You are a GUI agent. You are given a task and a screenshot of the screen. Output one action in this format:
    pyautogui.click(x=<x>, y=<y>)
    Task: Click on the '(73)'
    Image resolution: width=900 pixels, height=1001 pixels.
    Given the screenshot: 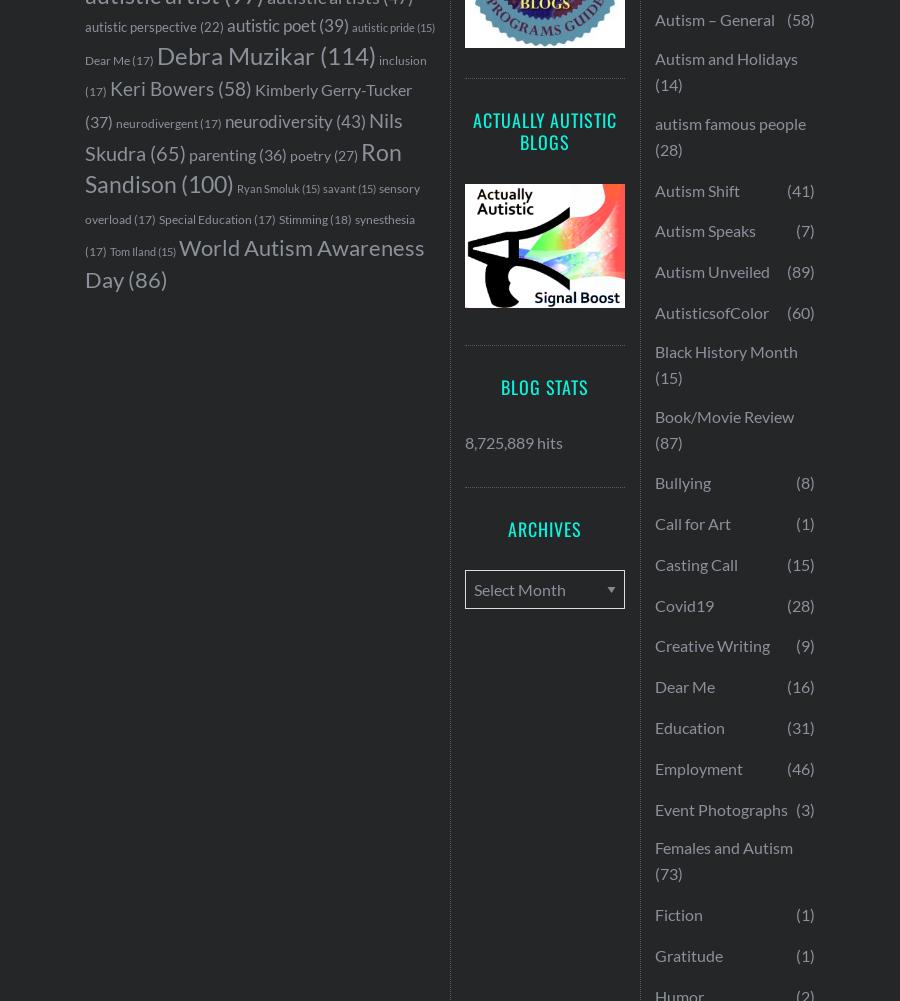 What is the action you would take?
    pyautogui.click(x=668, y=873)
    